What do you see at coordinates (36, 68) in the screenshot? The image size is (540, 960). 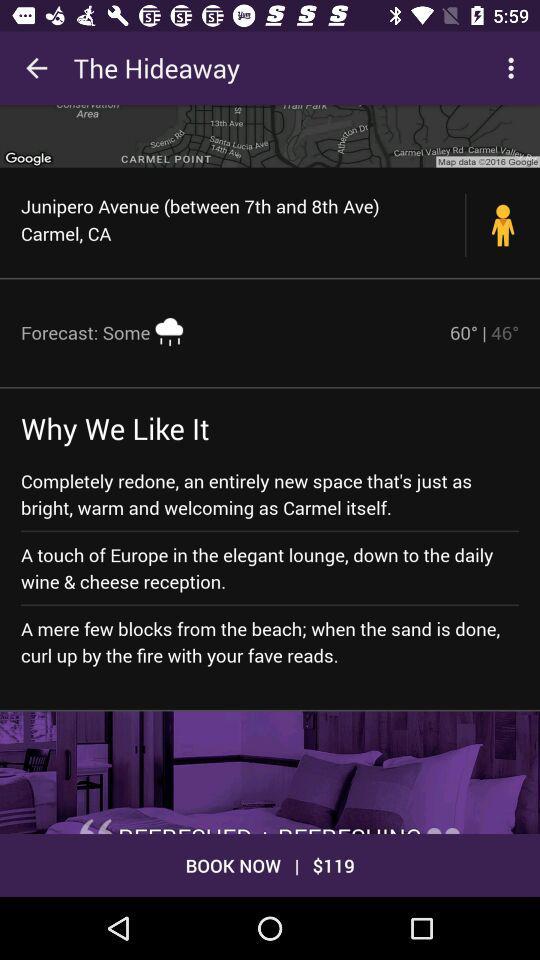 I see `icon to the left of the hideaway` at bounding box center [36, 68].